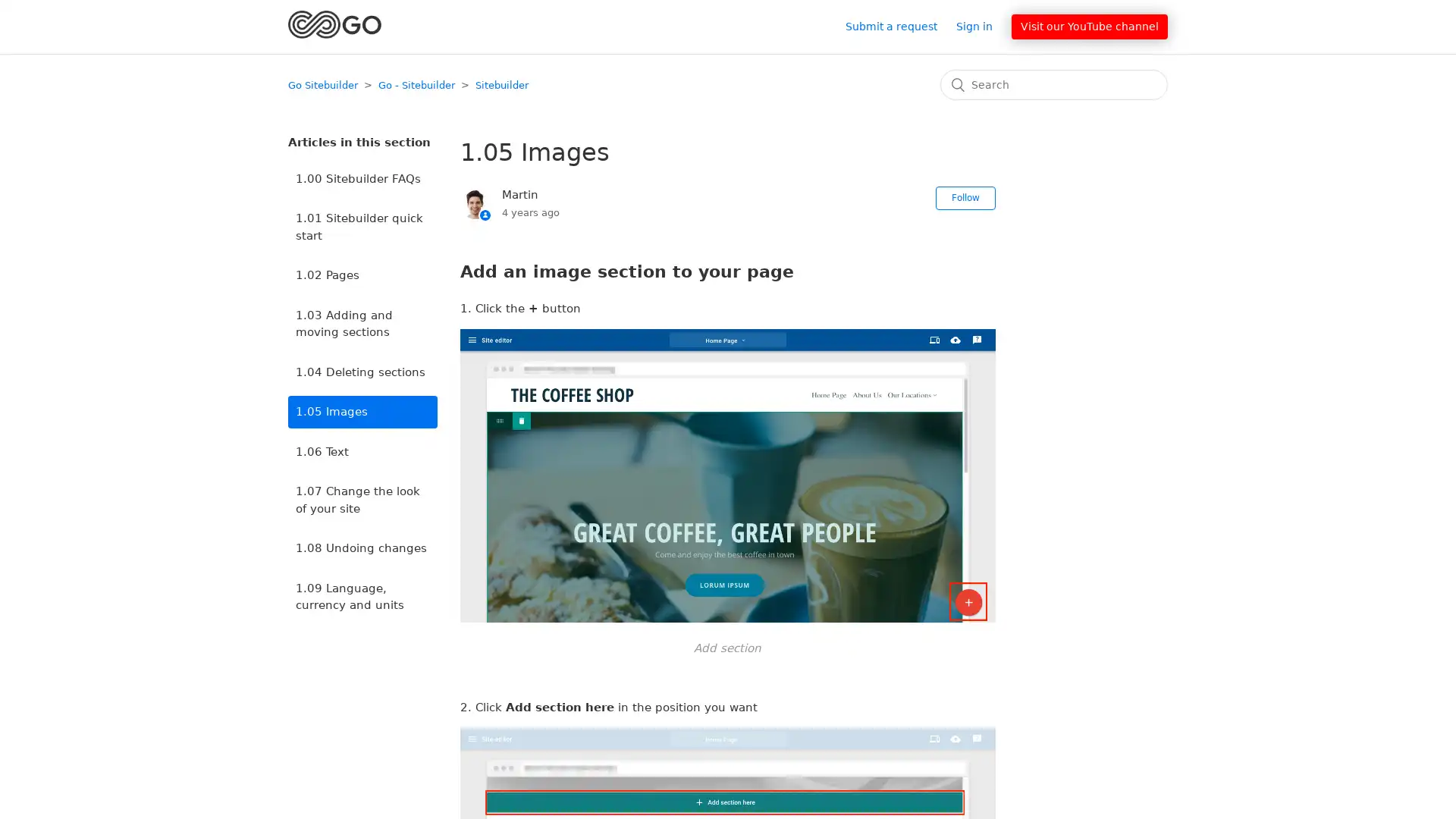 The image size is (1456, 819). What do you see at coordinates (982, 26) in the screenshot?
I see `Sign in` at bounding box center [982, 26].